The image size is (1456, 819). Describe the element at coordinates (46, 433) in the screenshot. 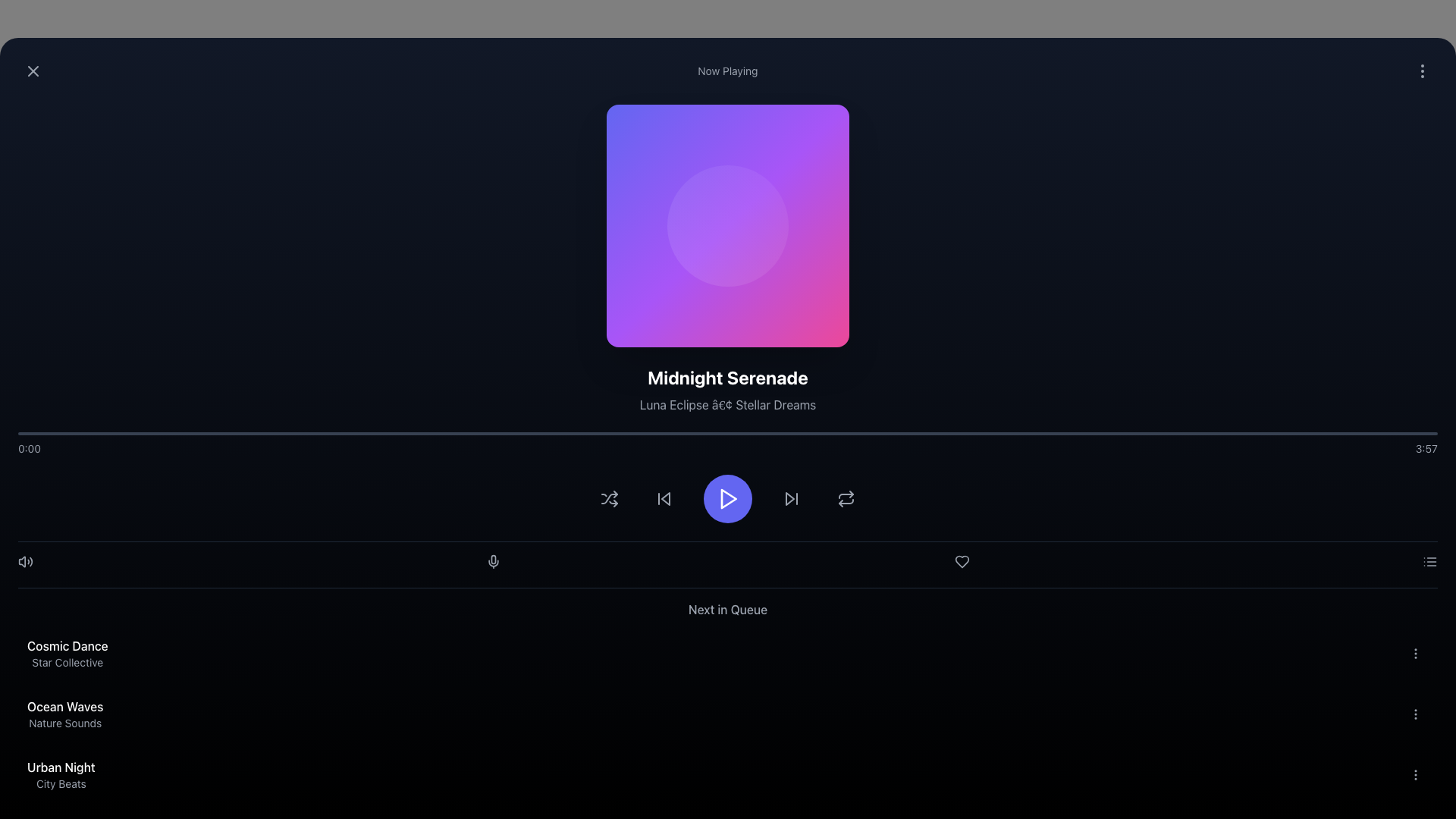

I see `the playback progress` at that location.